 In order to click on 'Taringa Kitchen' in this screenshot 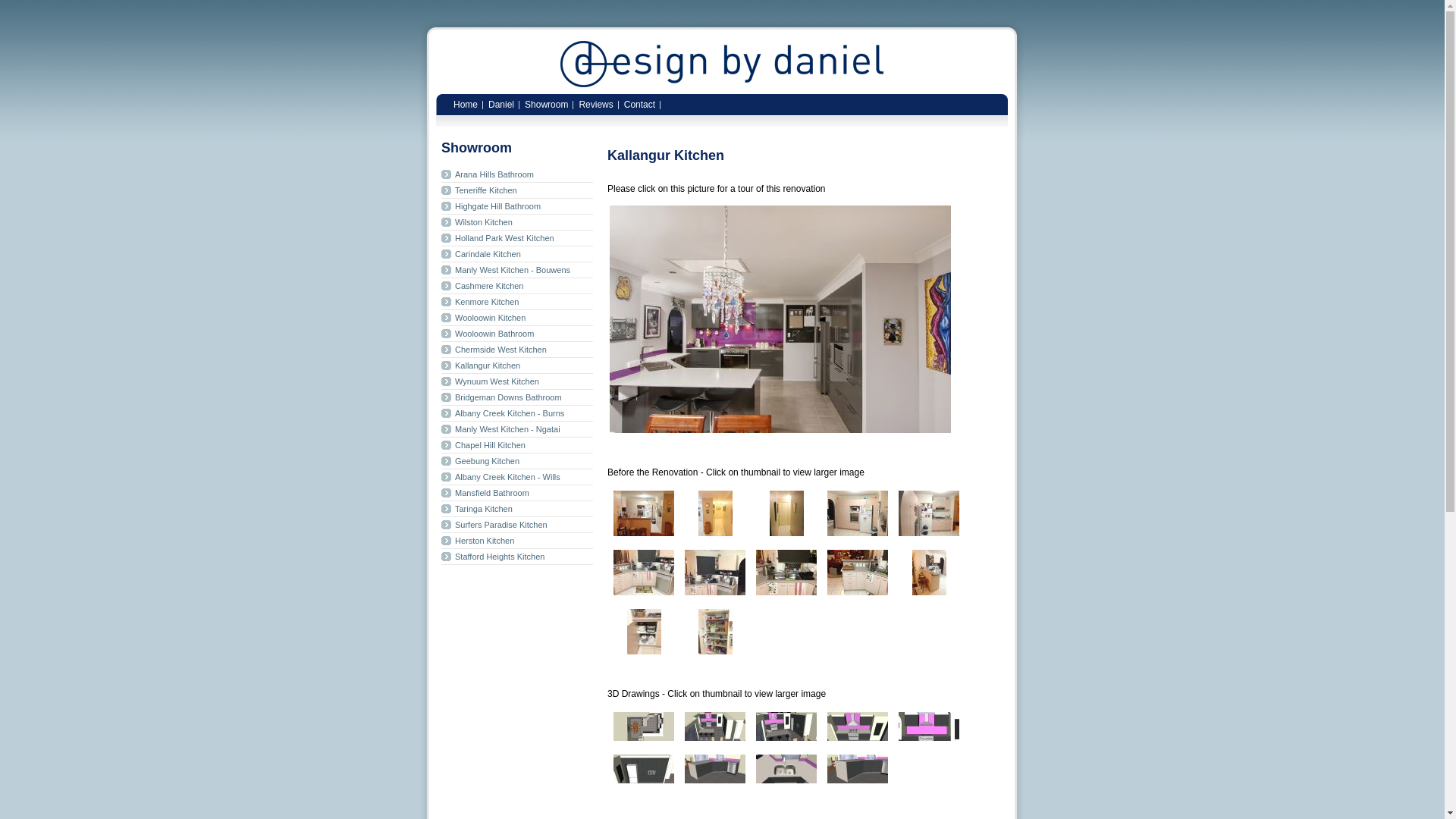, I will do `click(516, 509)`.